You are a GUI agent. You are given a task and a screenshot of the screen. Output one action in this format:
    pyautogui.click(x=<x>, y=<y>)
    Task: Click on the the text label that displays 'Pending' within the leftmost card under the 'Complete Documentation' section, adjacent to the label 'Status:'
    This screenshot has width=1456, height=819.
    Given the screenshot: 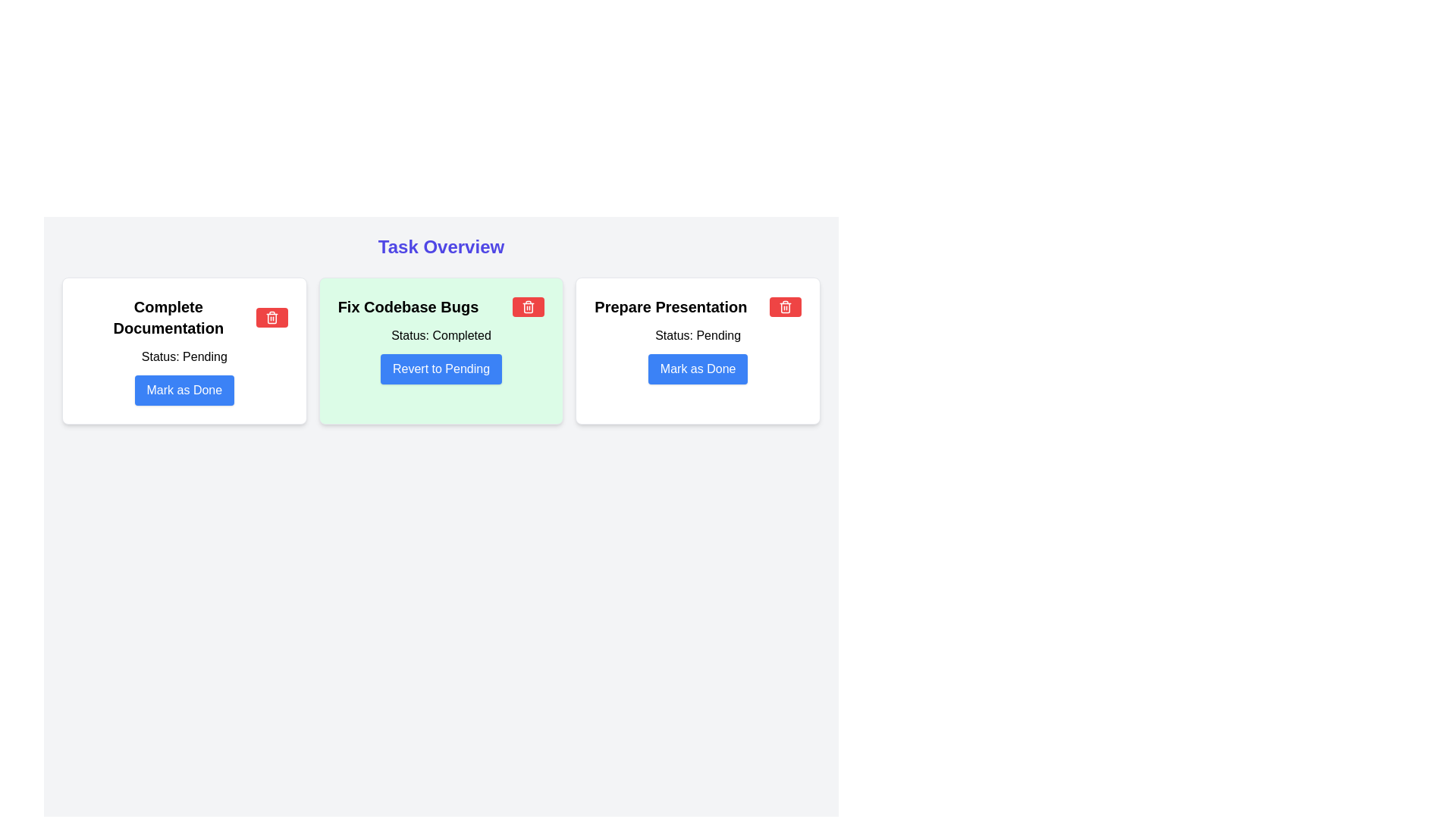 What is the action you would take?
    pyautogui.click(x=204, y=356)
    